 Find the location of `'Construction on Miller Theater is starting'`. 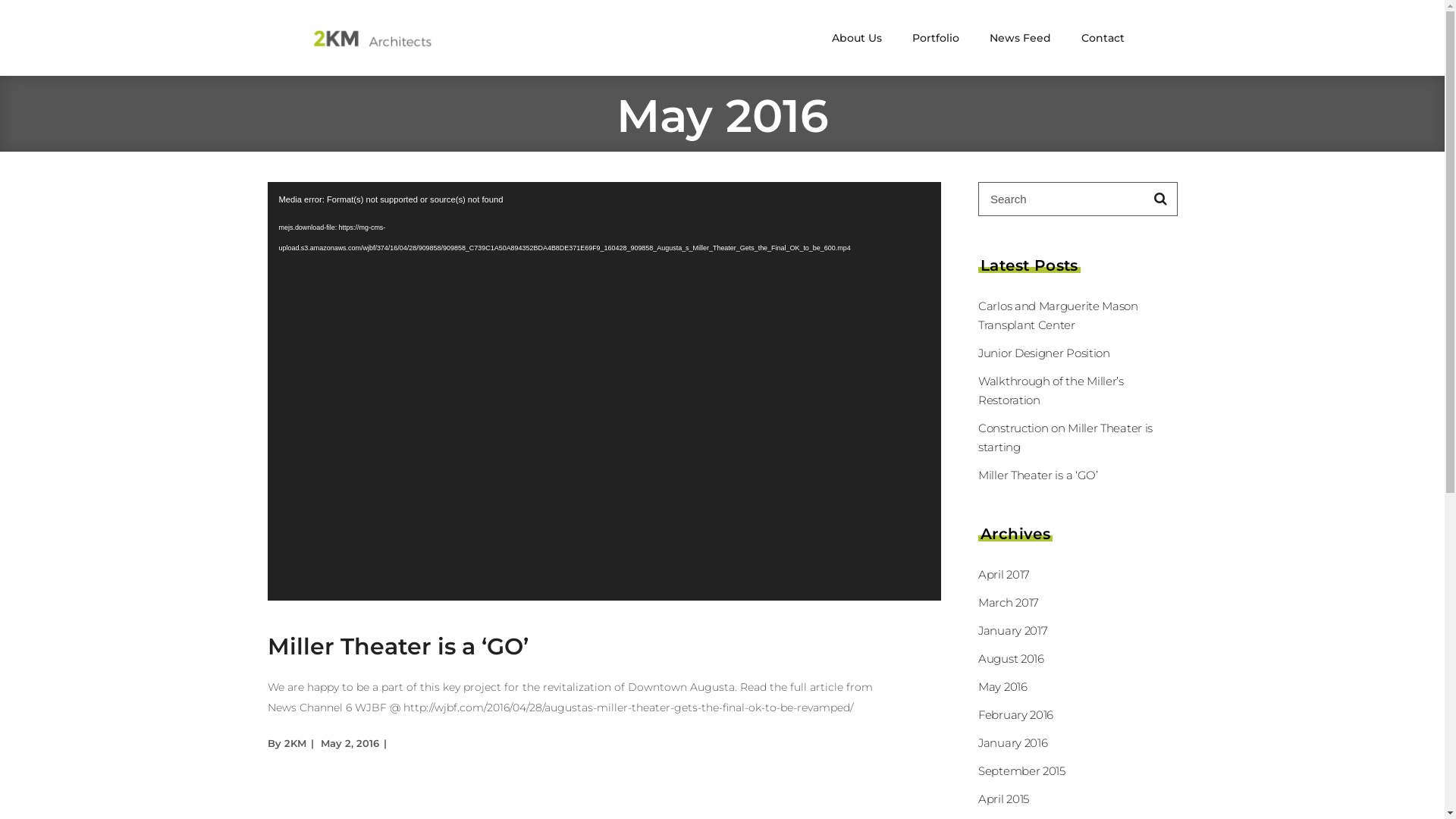

'Construction on Miller Theater is starting' is located at coordinates (1065, 438).